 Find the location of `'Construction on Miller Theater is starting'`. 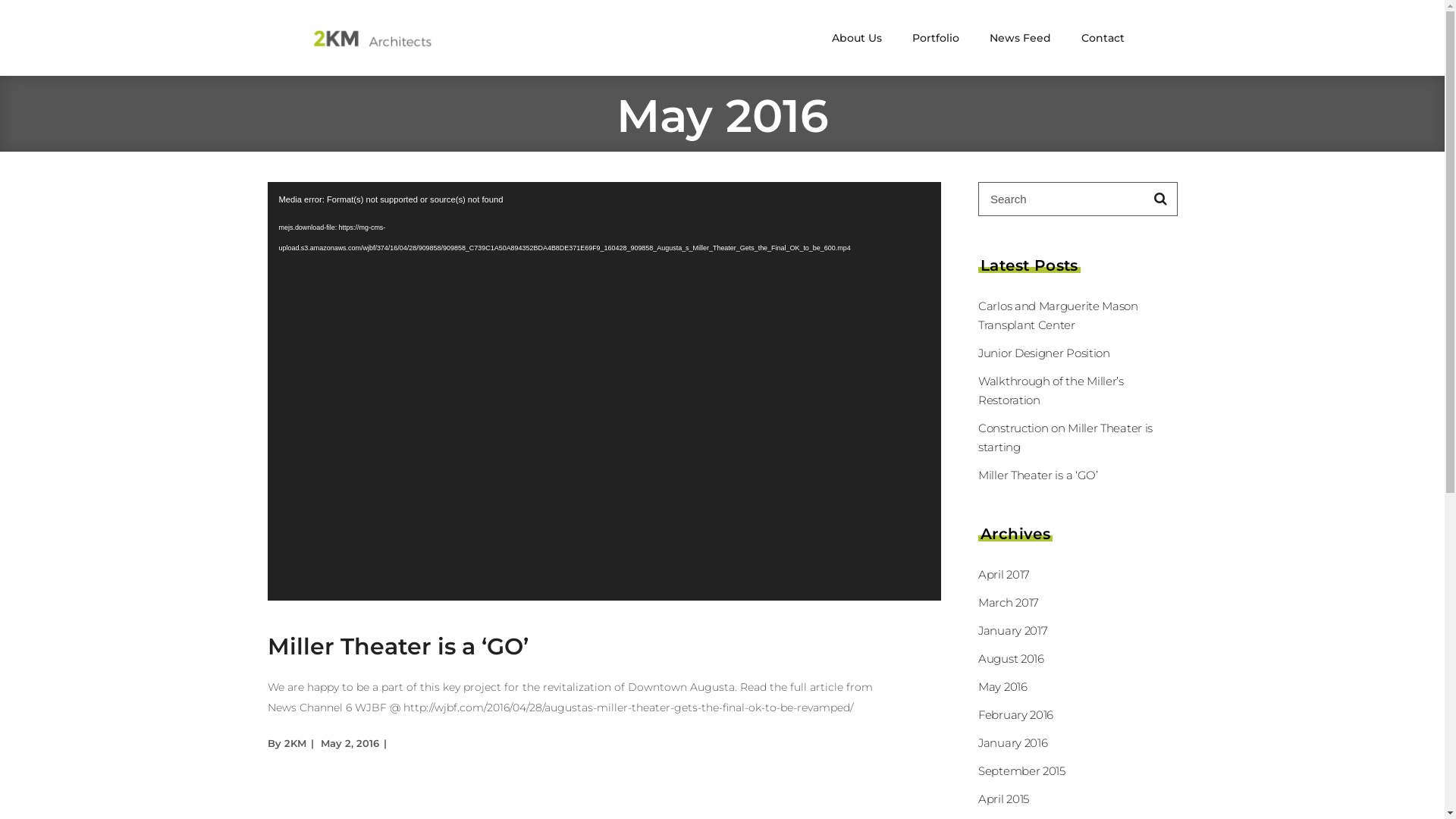

'Construction on Miller Theater is starting' is located at coordinates (1065, 438).